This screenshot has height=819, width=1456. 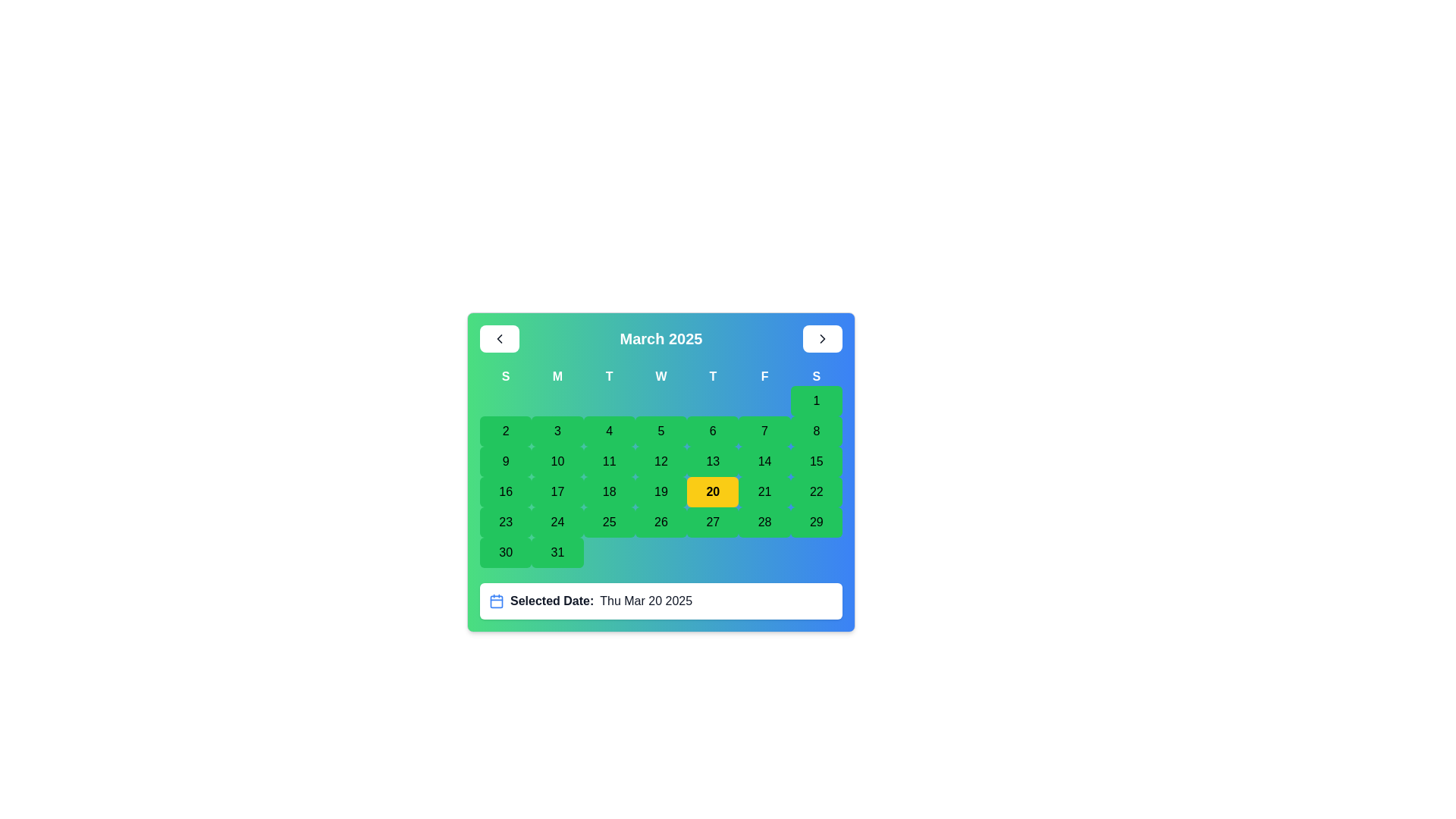 What do you see at coordinates (609, 461) in the screenshot?
I see `the button for the 11th day of the month in the calendar interface to change its visual style` at bounding box center [609, 461].